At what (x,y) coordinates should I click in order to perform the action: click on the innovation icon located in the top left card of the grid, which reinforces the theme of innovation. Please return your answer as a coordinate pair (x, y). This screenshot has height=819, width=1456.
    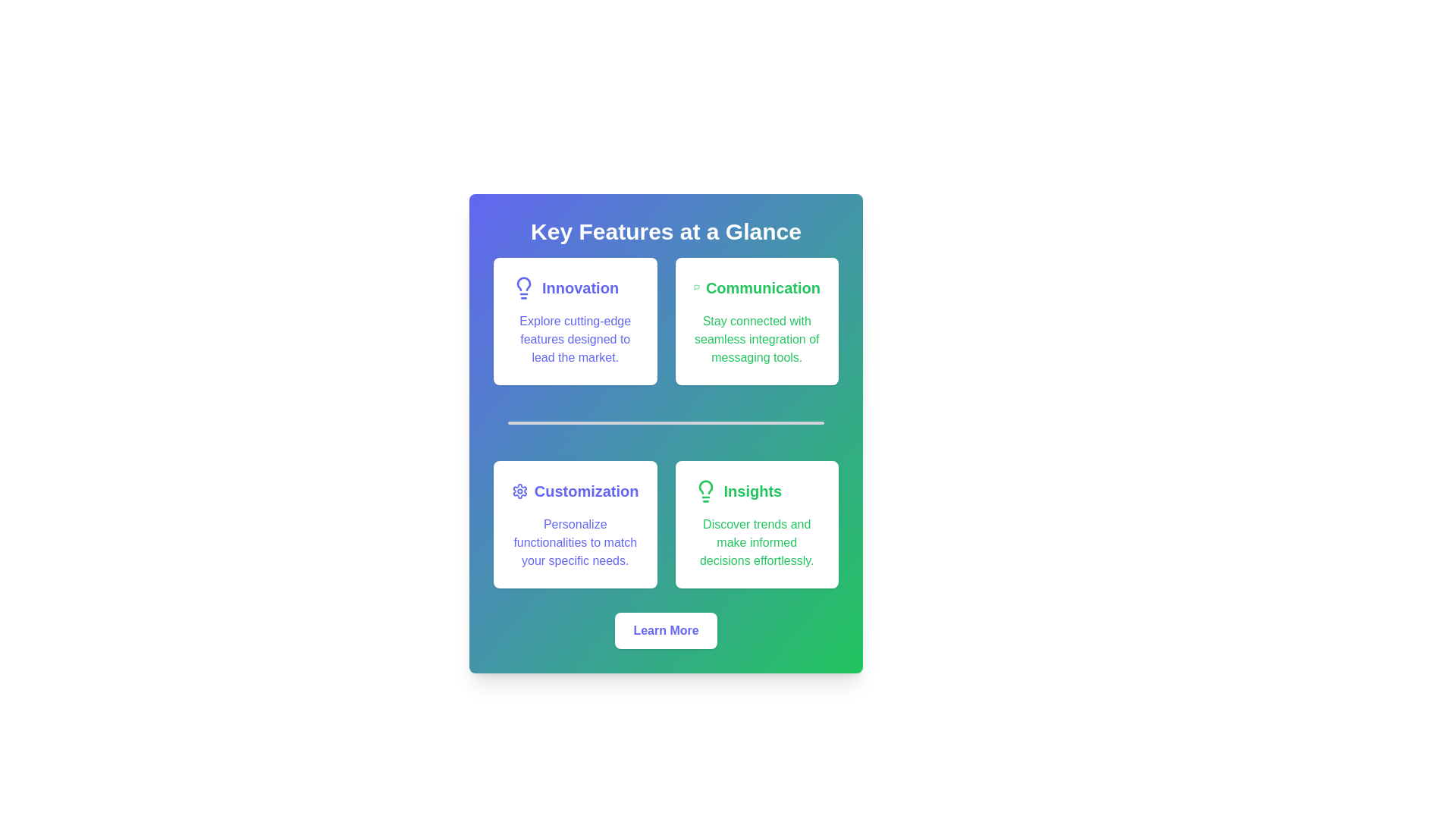
    Looking at the image, I should click on (524, 288).